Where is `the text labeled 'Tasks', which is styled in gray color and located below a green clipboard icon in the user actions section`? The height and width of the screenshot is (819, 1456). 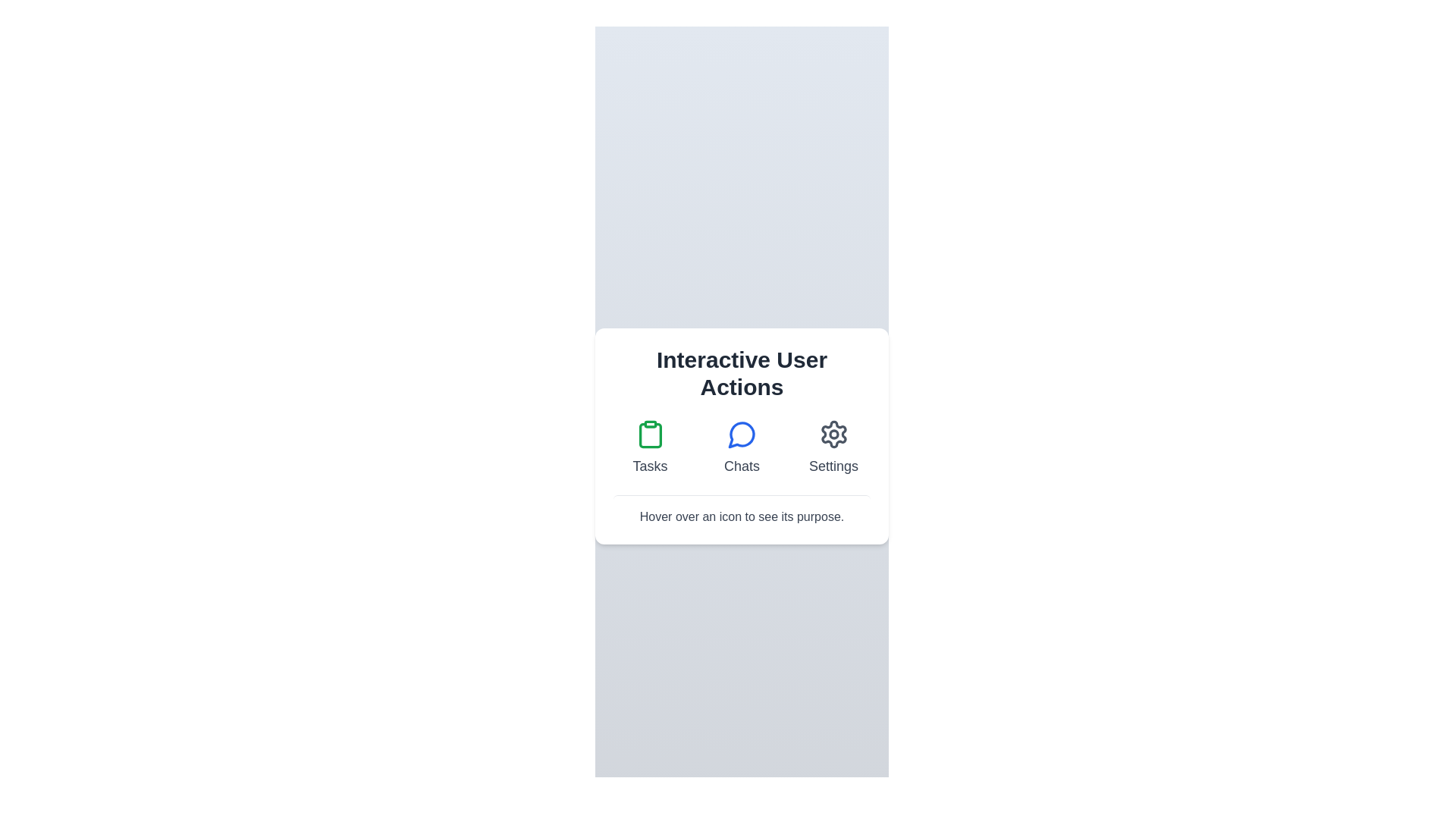
the text labeled 'Tasks', which is styled in gray color and located below a green clipboard icon in the user actions section is located at coordinates (650, 465).